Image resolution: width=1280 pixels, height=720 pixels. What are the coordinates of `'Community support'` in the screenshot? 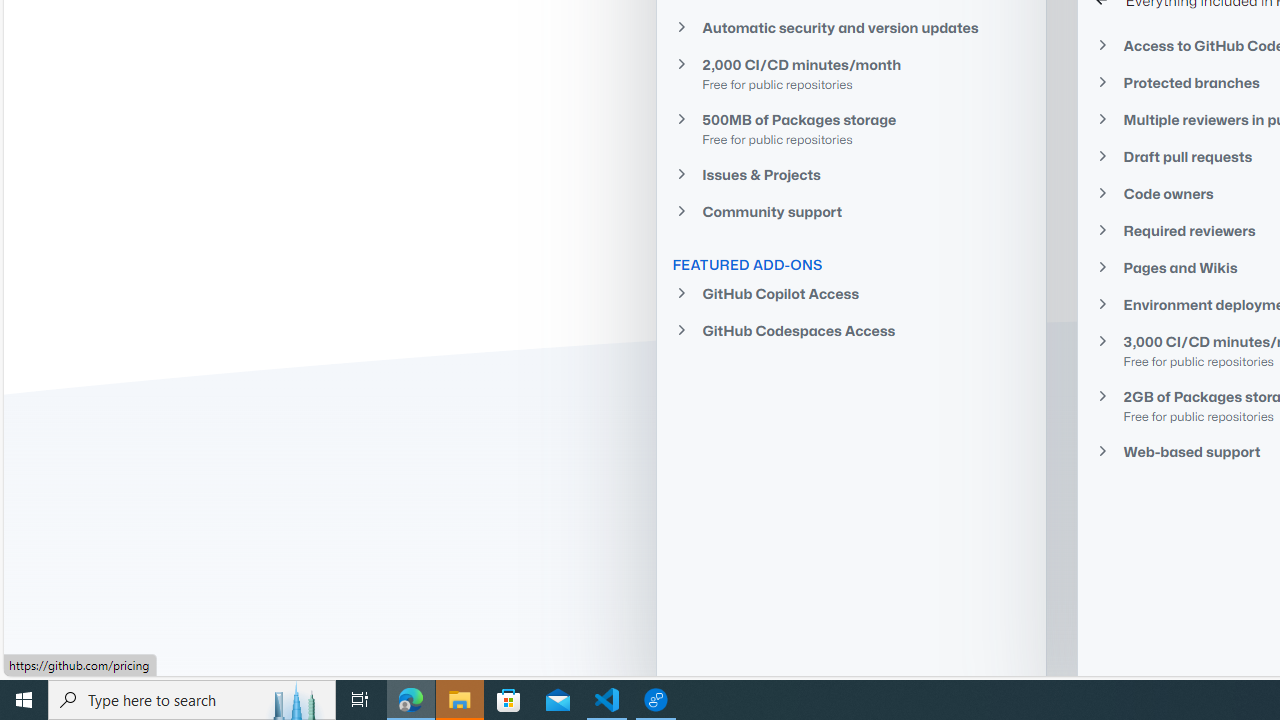 It's located at (851, 211).